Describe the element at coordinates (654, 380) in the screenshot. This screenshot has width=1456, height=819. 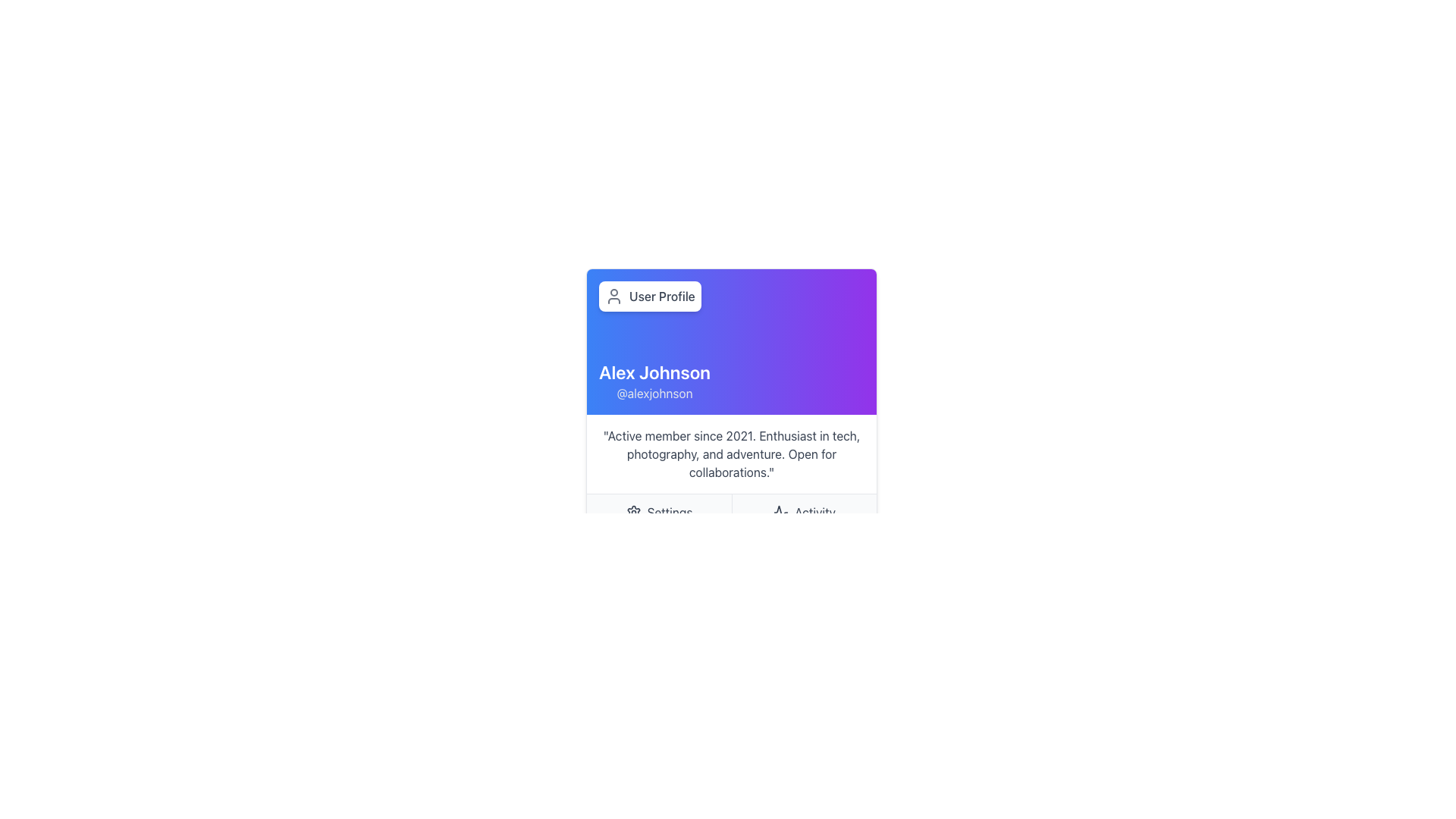
I see `the text element displaying the name 'Alex Johnson' styled in white and bold font, which is positioned above the username '@alexjohnson' on a colorful gradient background` at that location.